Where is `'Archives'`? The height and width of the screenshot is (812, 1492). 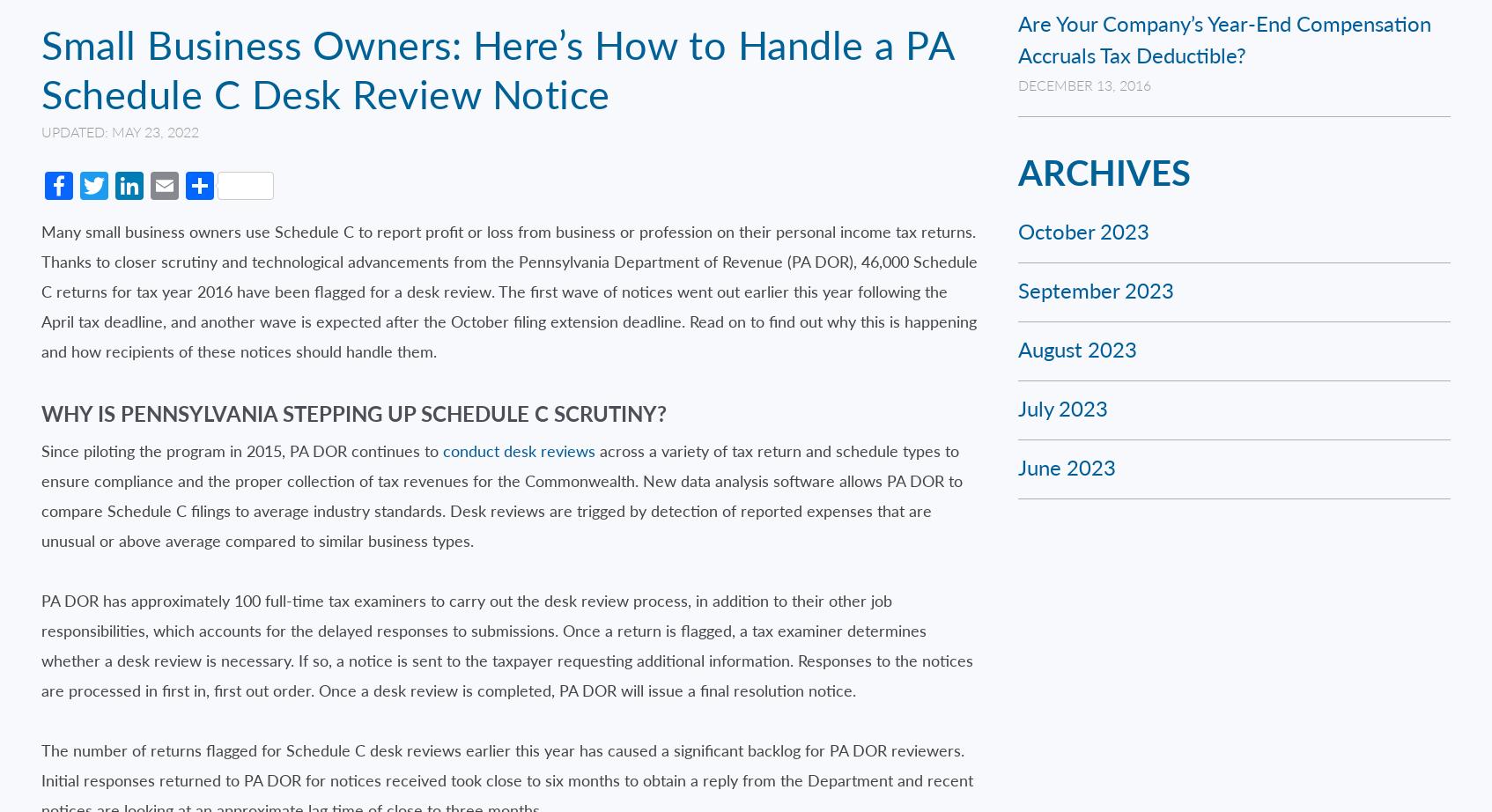 'Archives' is located at coordinates (1103, 171).